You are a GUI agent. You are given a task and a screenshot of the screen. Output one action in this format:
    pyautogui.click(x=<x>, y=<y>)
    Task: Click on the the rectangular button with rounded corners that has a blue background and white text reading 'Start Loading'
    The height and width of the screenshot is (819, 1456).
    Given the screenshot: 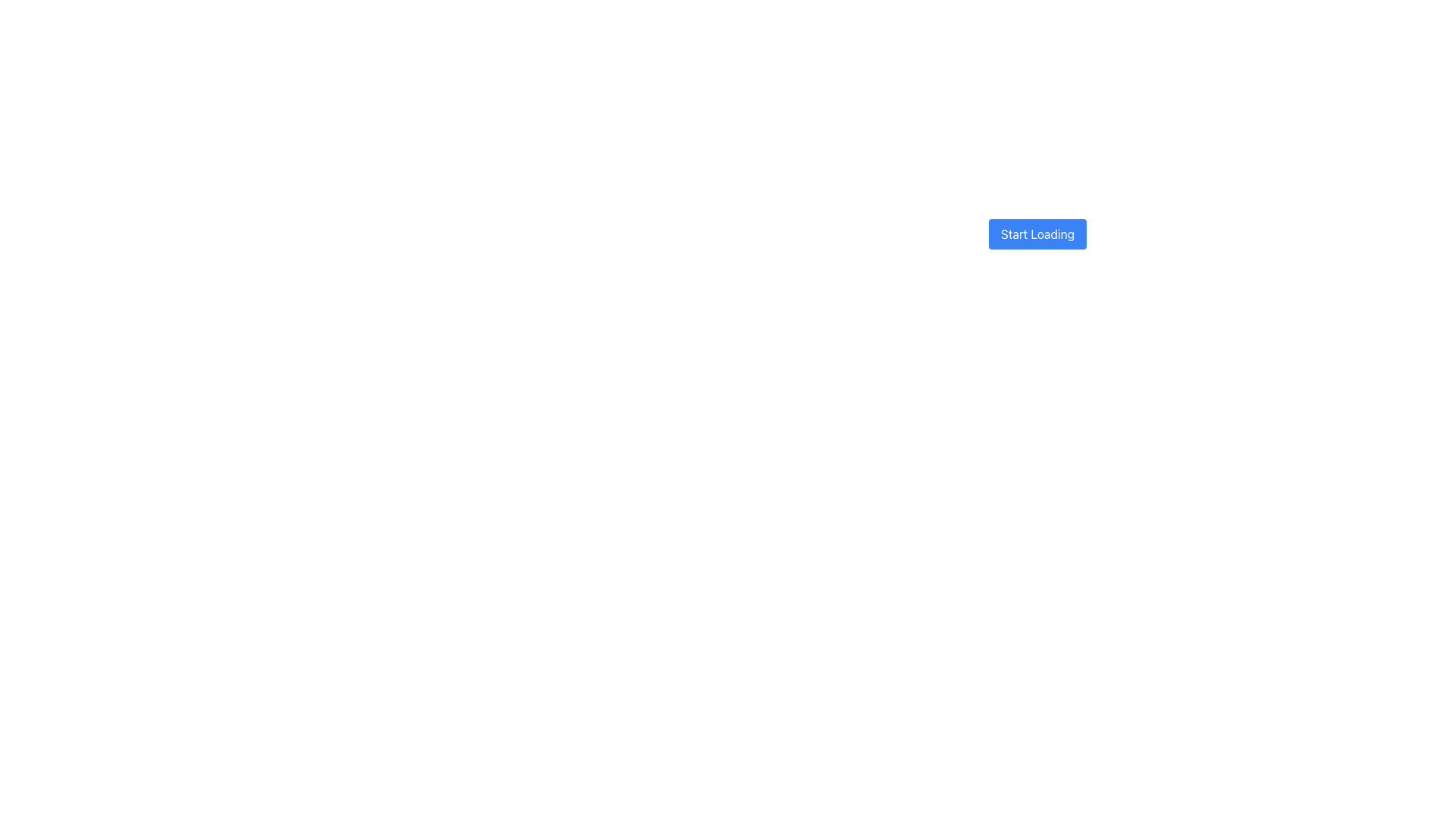 What is the action you would take?
    pyautogui.click(x=1037, y=227)
    